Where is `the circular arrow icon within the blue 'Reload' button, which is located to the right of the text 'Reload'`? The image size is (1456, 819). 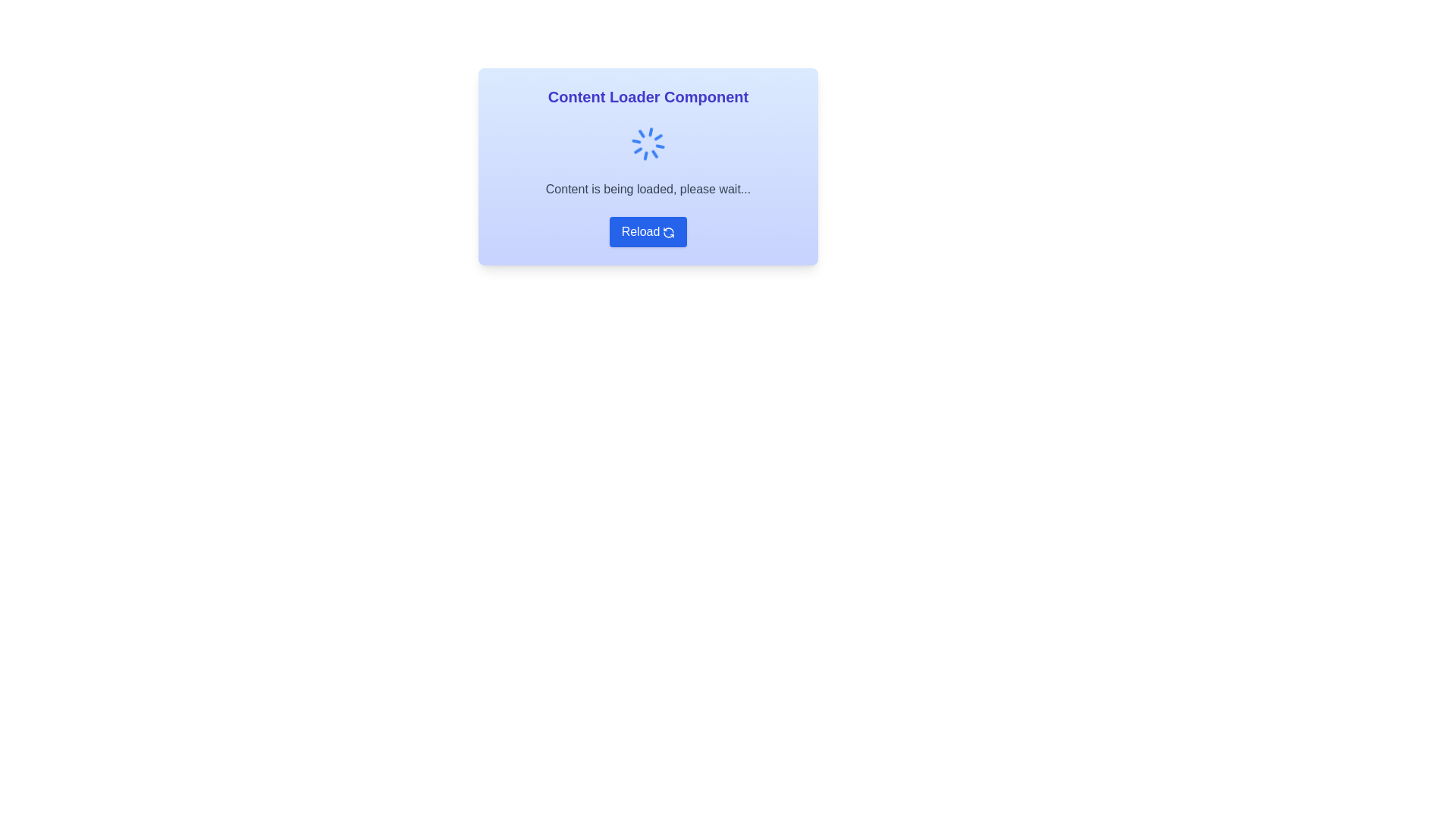 the circular arrow icon within the blue 'Reload' button, which is located to the right of the text 'Reload' is located at coordinates (668, 232).